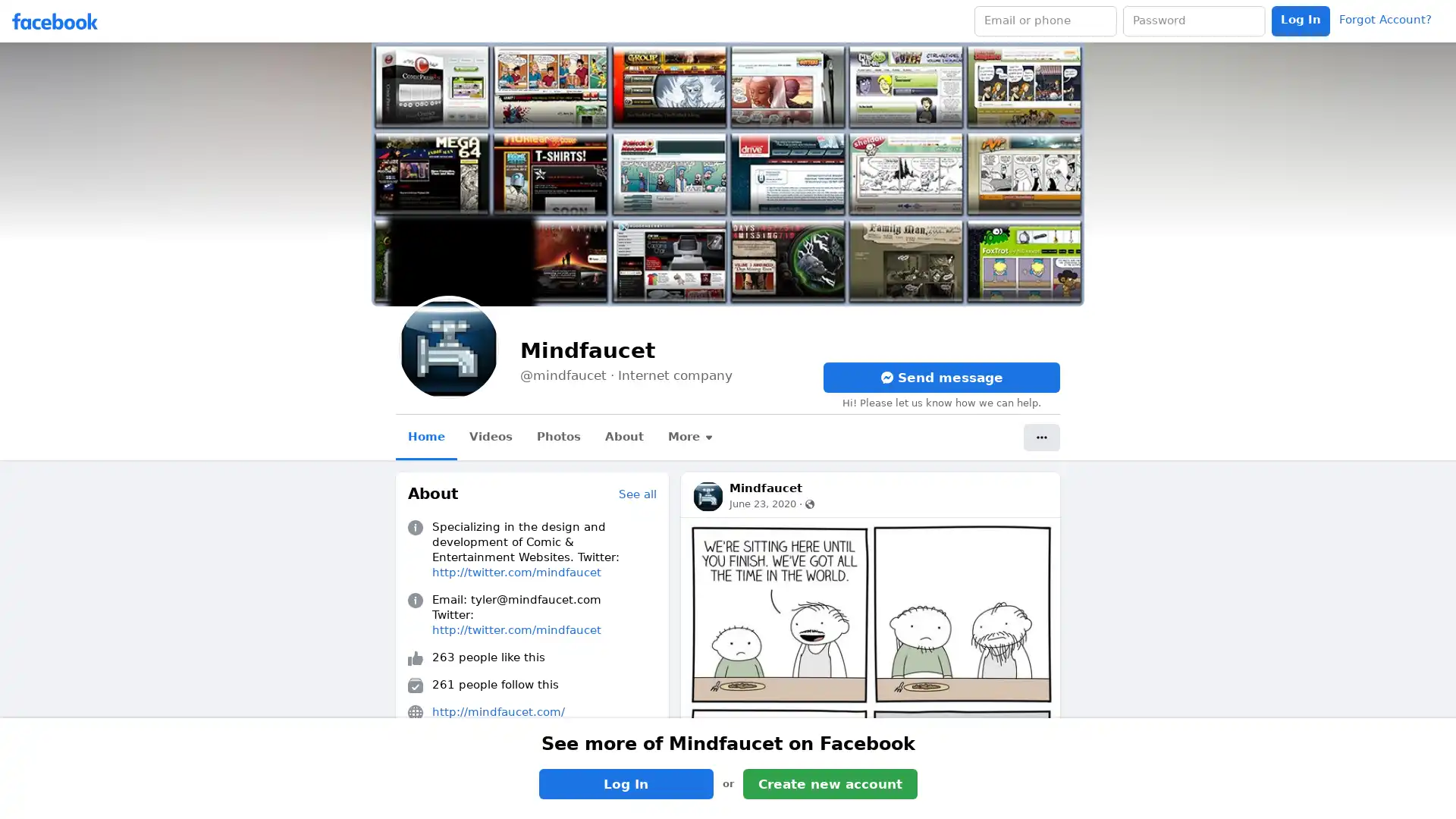  Describe the element at coordinates (1300, 20) in the screenshot. I see `Accessible login button` at that location.